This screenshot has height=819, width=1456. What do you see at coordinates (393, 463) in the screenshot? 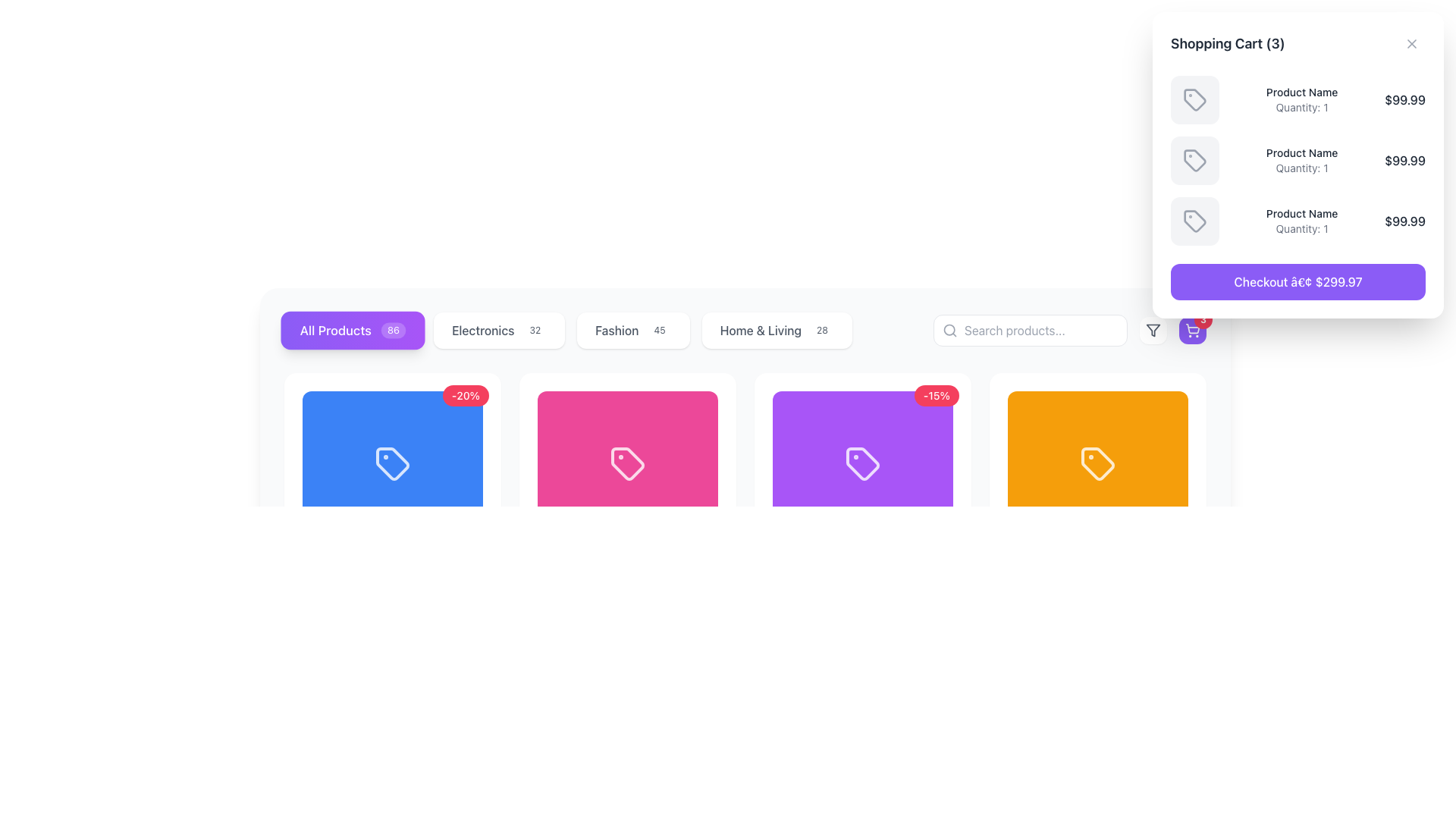
I see `the vector graphic or SVG element that serves as a visual indicator within the leftmost product card on the blue background in the product list grid` at bounding box center [393, 463].